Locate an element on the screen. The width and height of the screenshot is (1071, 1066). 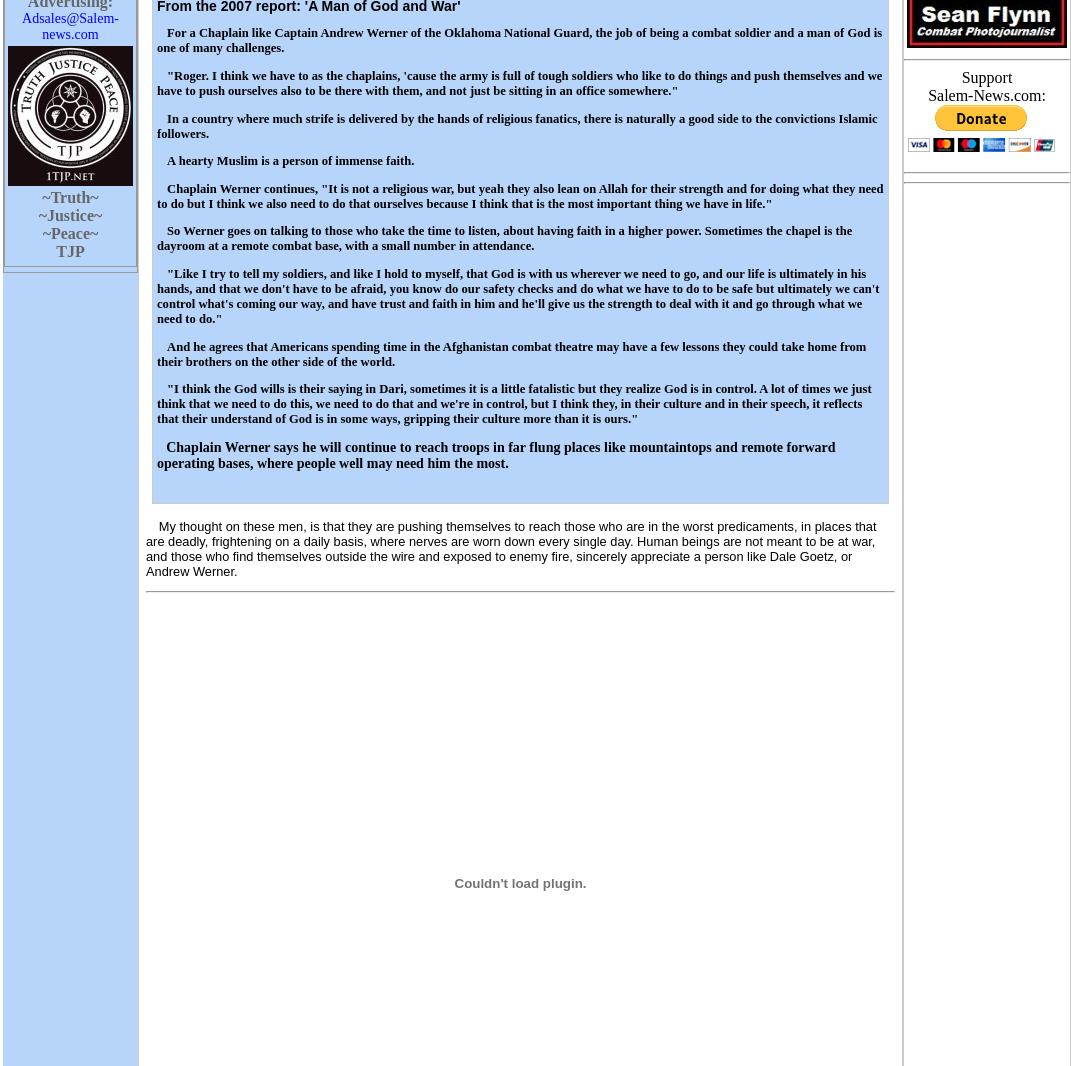
'Salem-News.com:' is located at coordinates (985, 94).